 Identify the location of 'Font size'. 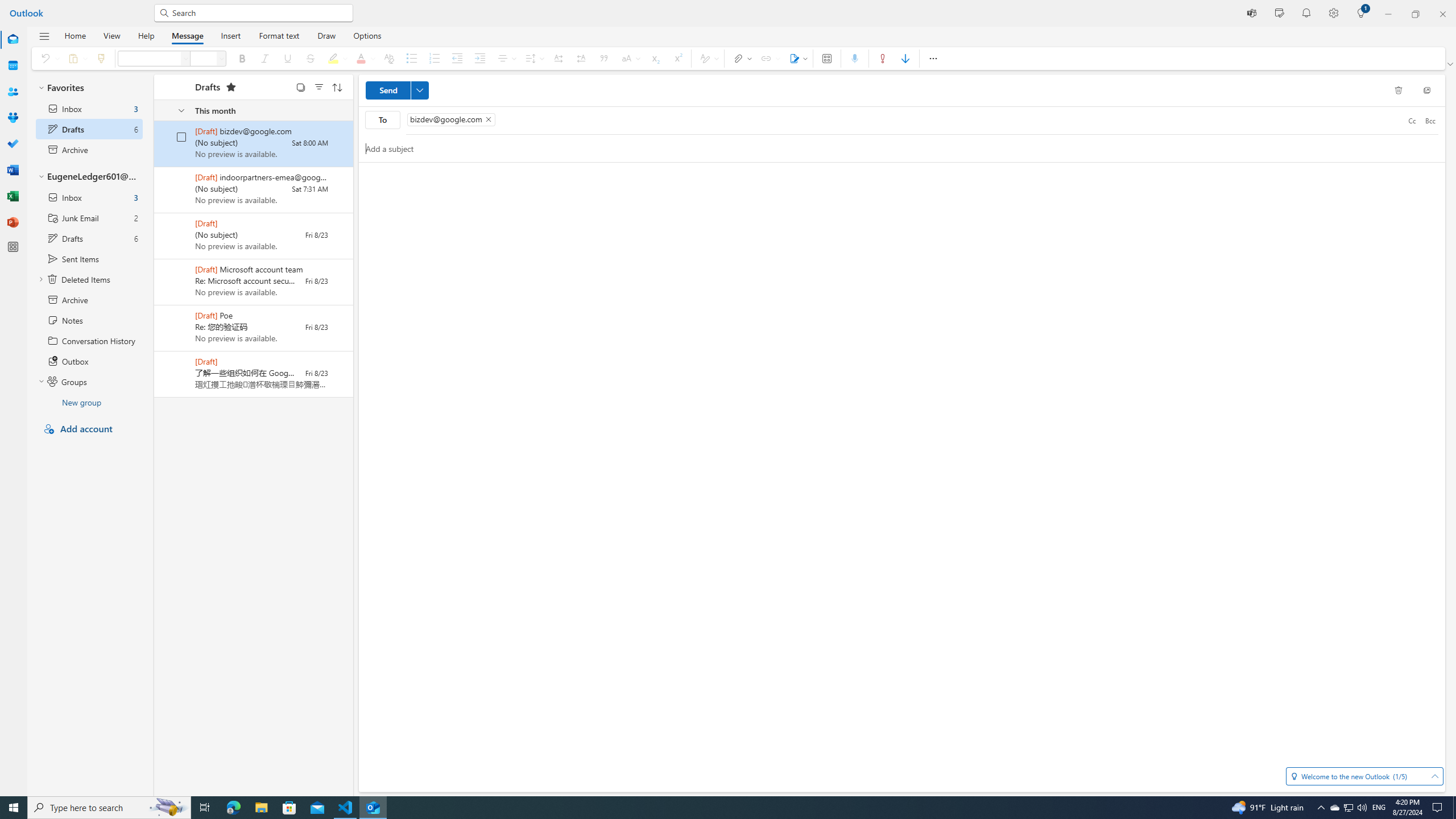
(221, 58).